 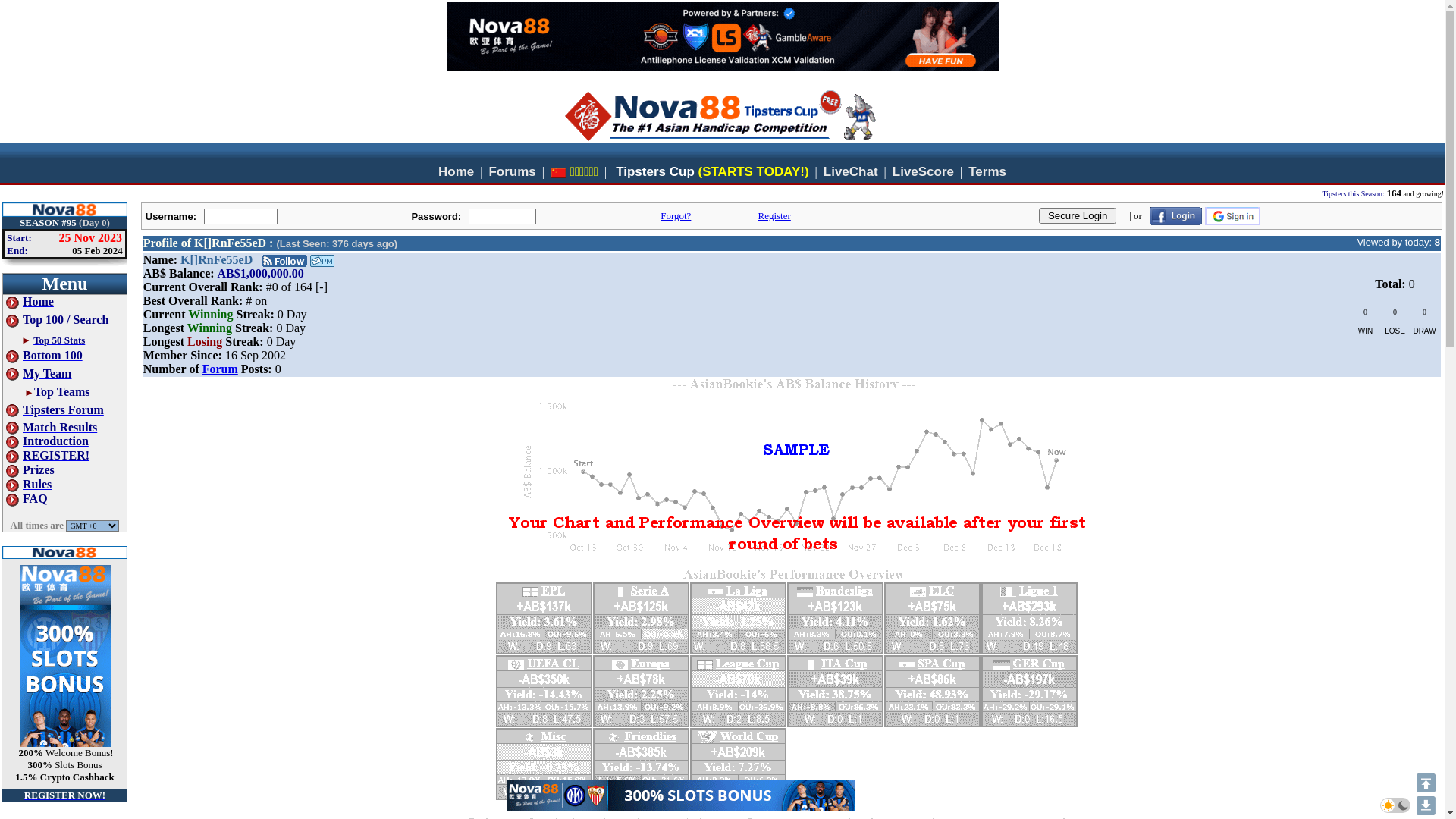 What do you see at coordinates (675, 215) in the screenshot?
I see `'Forgot?'` at bounding box center [675, 215].